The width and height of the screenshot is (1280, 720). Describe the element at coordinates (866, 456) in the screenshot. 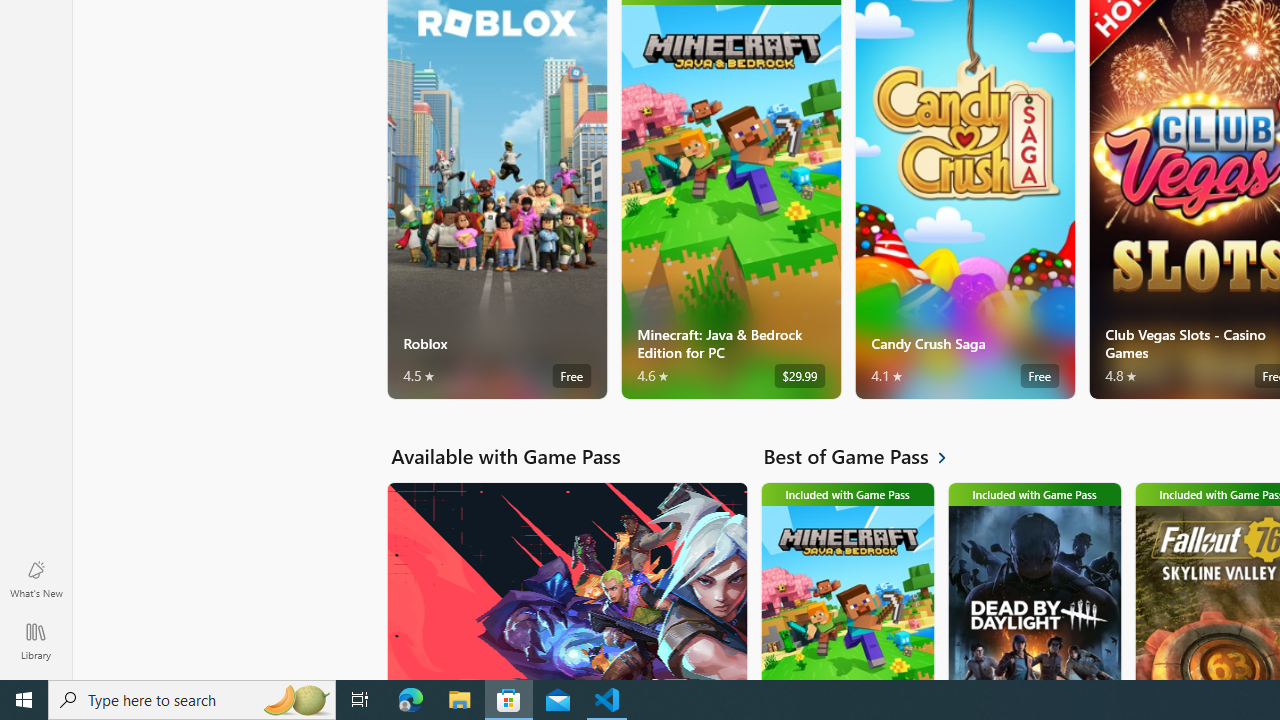

I see `'See all  Best of Game Pass'` at that location.